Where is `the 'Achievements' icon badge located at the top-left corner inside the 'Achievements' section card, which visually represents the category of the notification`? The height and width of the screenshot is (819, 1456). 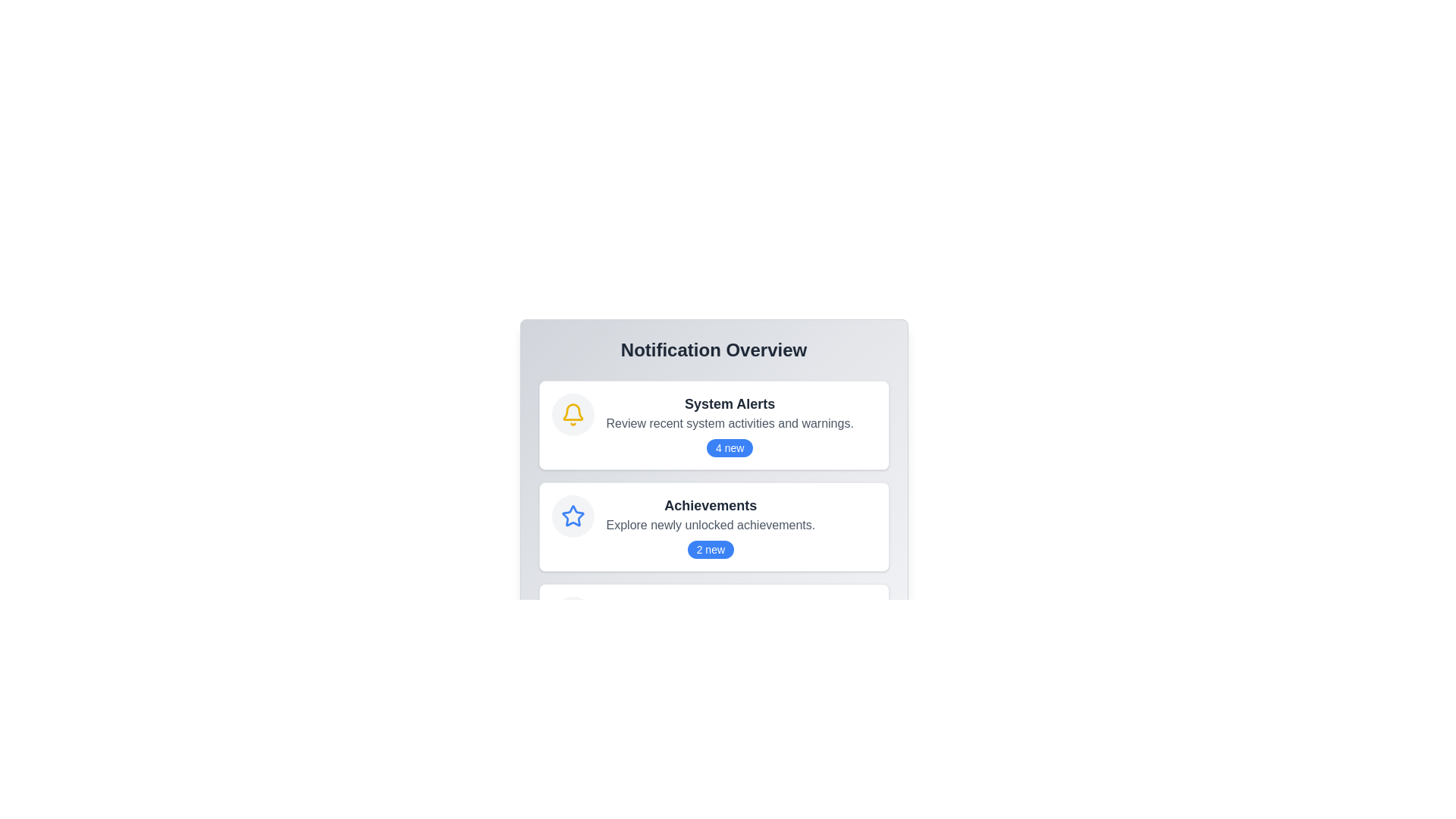 the 'Achievements' icon badge located at the top-left corner inside the 'Achievements' section card, which visually represents the category of the notification is located at coordinates (572, 516).